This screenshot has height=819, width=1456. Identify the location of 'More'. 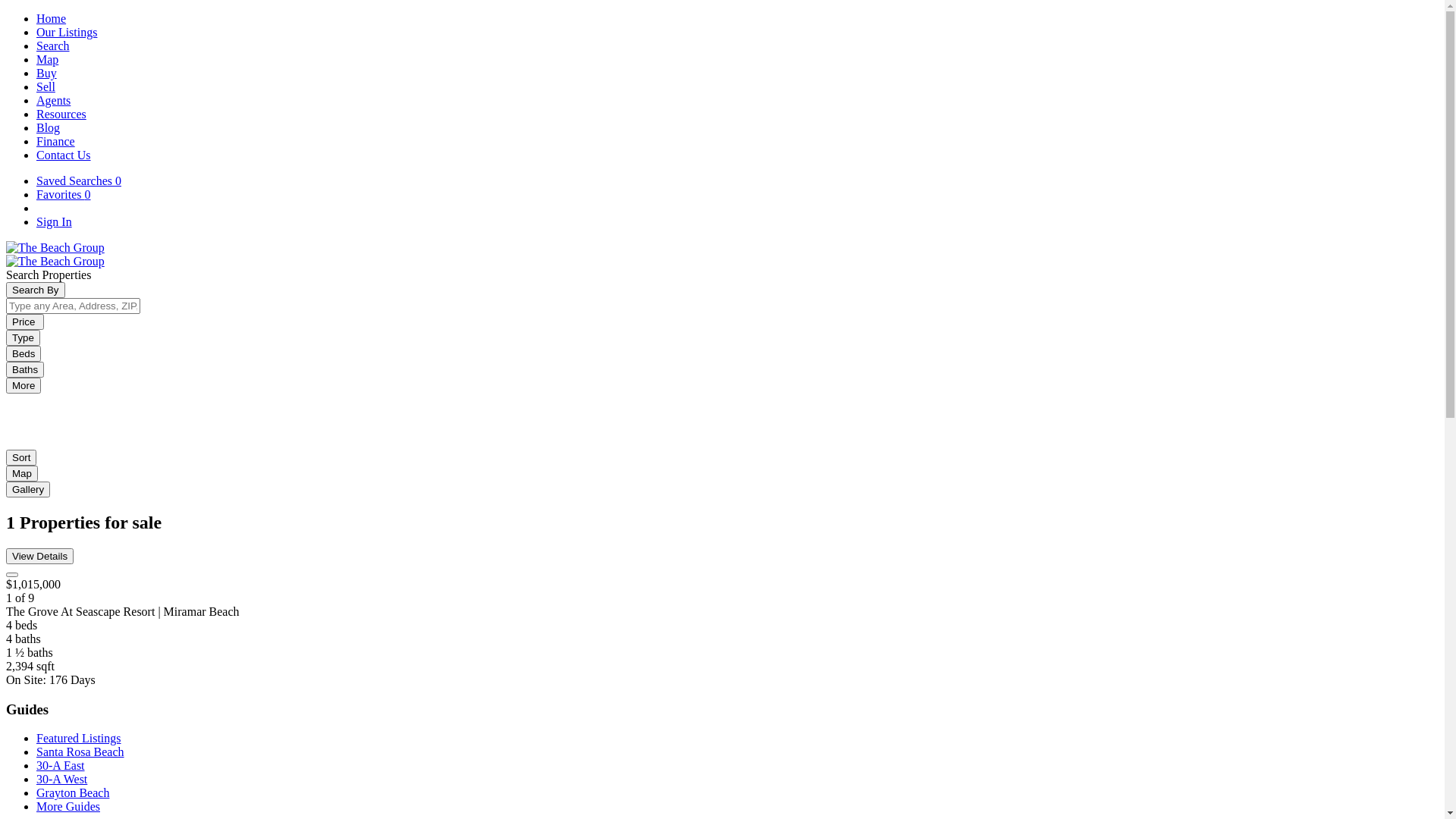
(6, 384).